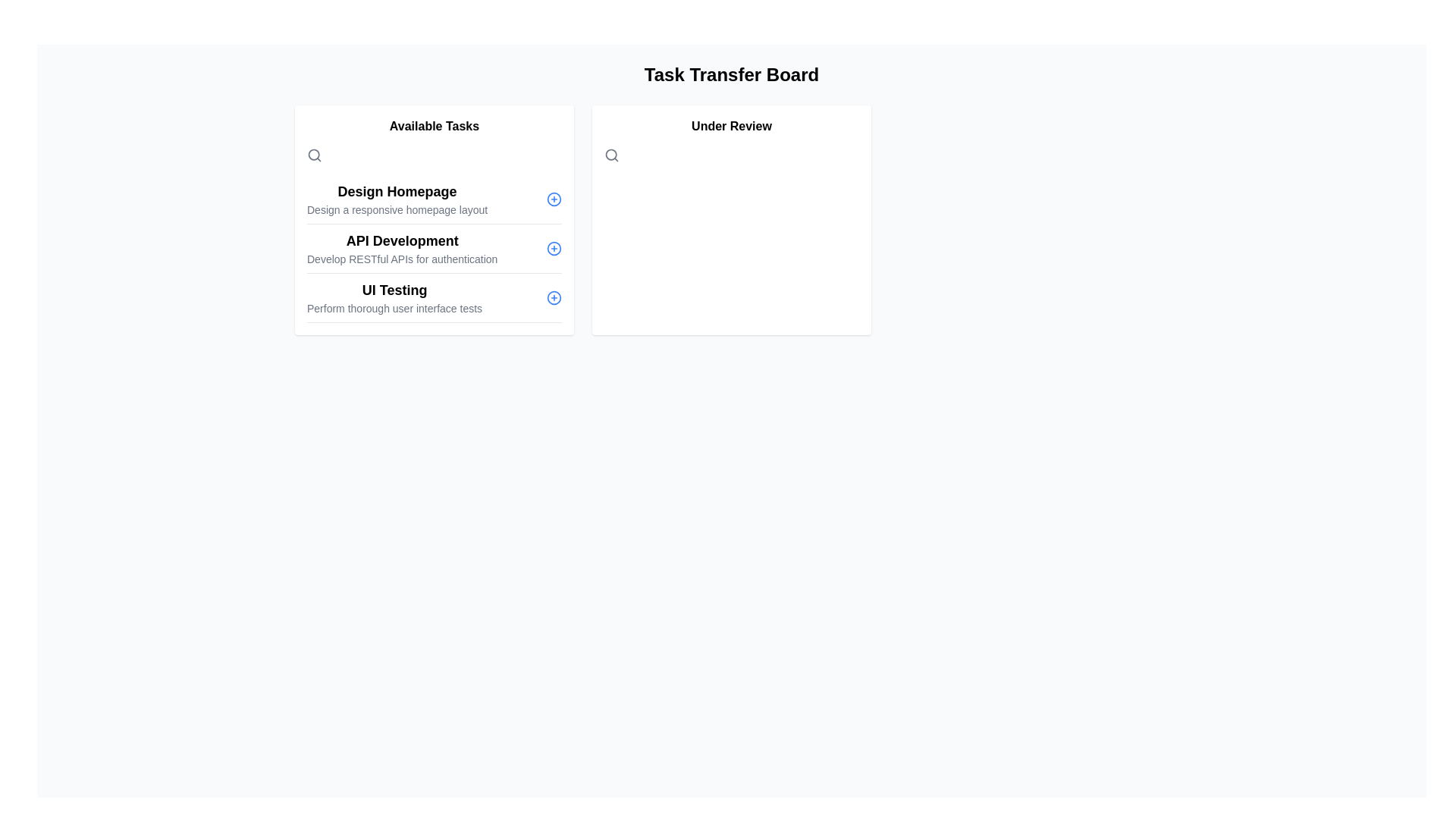 Image resolution: width=1456 pixels, height=819 pixels. I want to click on the task list item labeled 'API Development' in the 'Available Tasks' section, which is positioned between 'Design Homepage' and 'UI Testing', so click(433, 248).